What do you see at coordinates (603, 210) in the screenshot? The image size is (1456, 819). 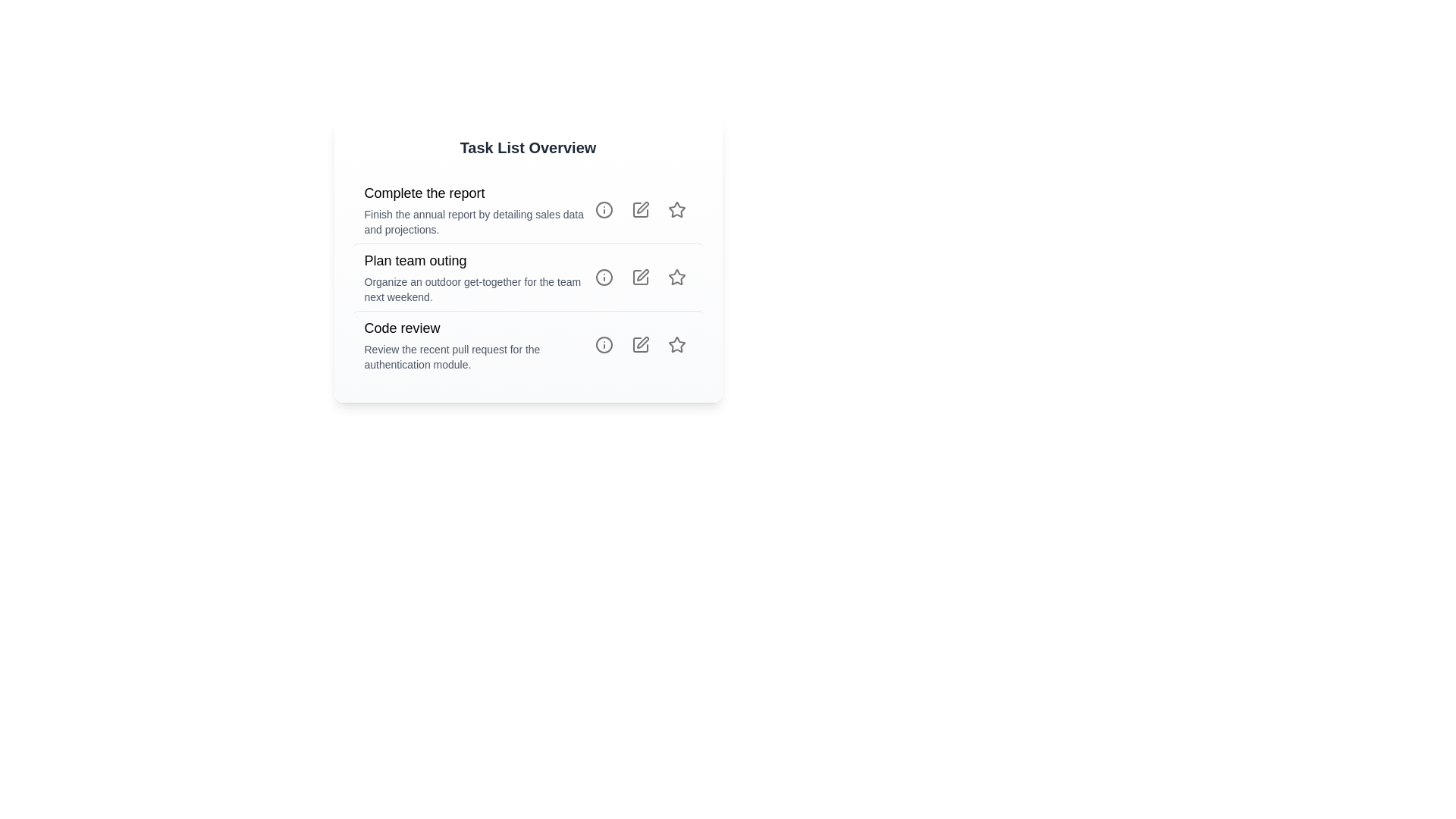 I see `the SVG Circle element that is part of the information icon associated with the 'Complete the report' task` at bounding box center [603, 210].